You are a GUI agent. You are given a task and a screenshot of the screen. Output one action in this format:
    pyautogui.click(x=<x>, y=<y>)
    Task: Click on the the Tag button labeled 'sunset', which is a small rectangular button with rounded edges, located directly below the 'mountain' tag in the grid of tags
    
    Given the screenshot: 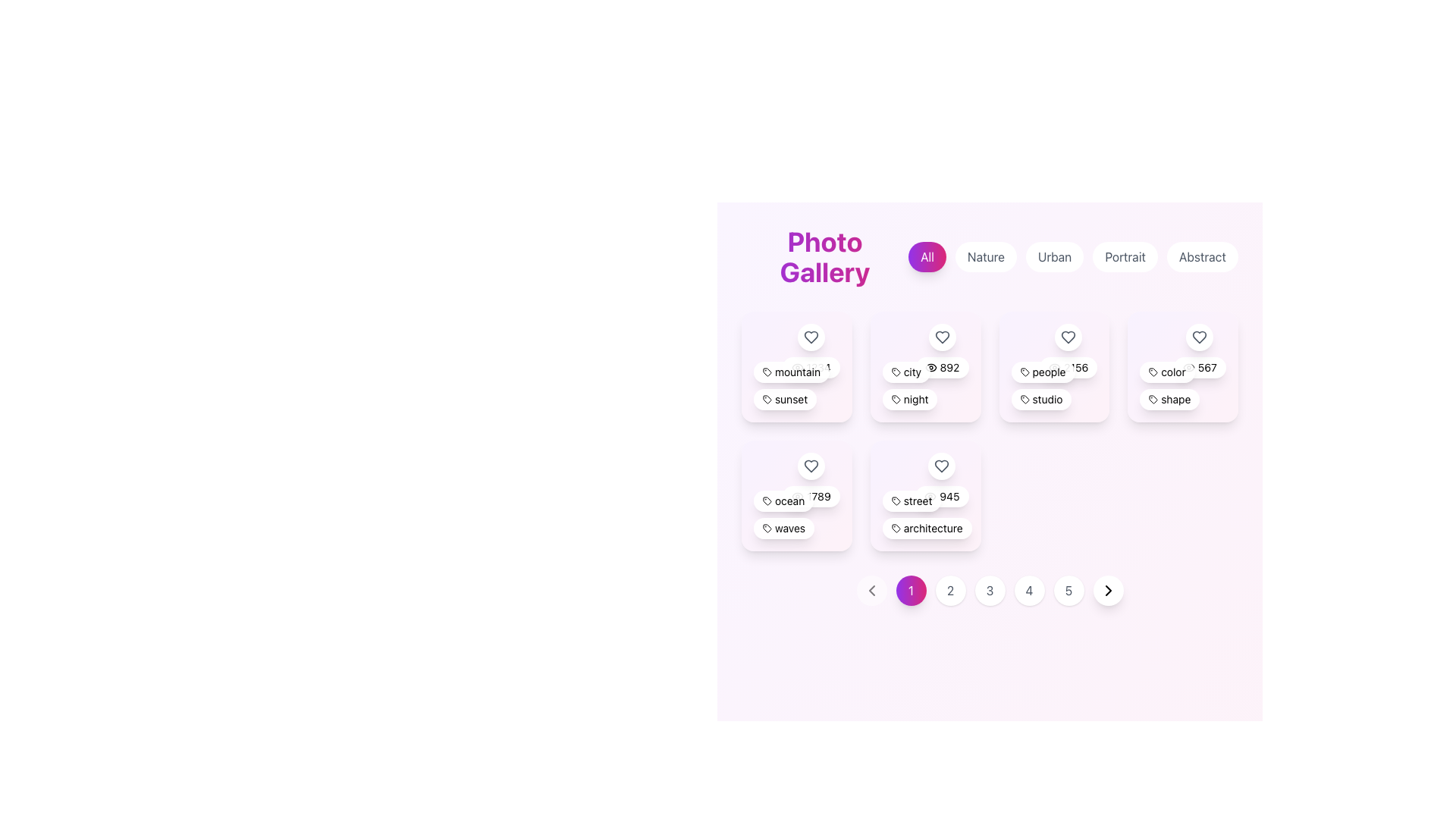 What is the action you would take?
    pyautogui.click(x=785, y=398)
    